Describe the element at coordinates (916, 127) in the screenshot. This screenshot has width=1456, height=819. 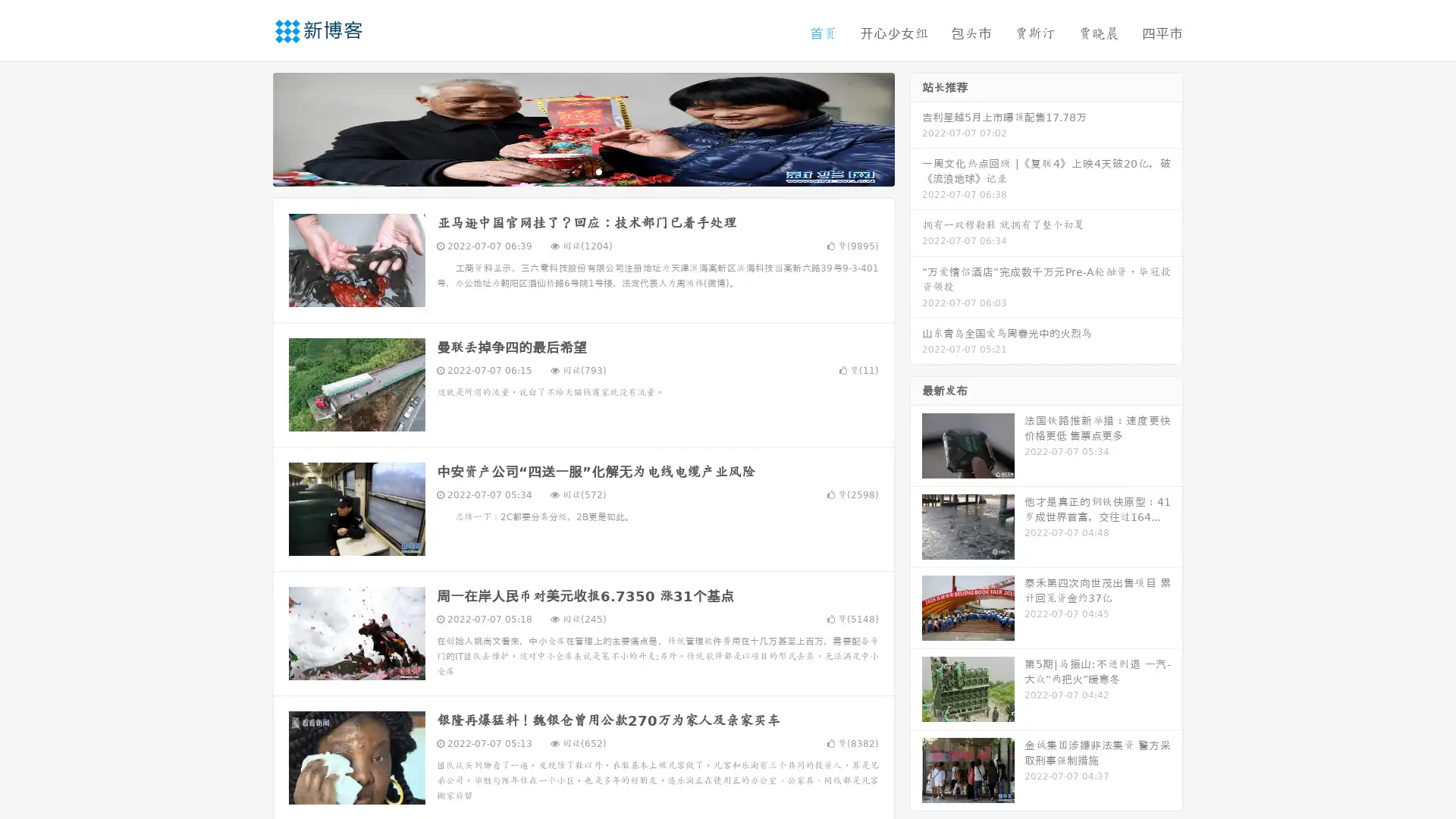
I see `Next slide` at that location.